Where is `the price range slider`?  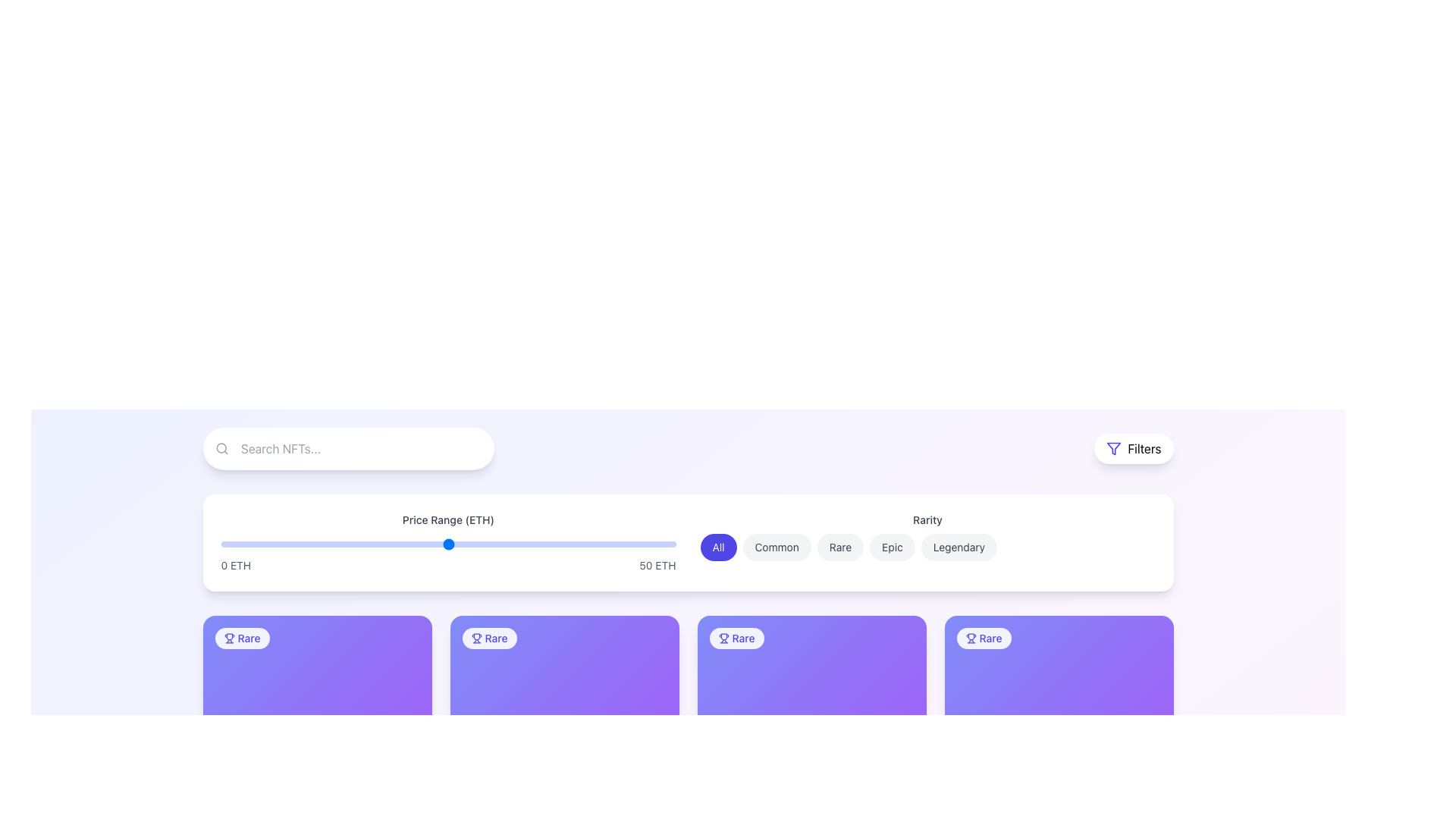
the price range slider is located at coordinates (630, 543).